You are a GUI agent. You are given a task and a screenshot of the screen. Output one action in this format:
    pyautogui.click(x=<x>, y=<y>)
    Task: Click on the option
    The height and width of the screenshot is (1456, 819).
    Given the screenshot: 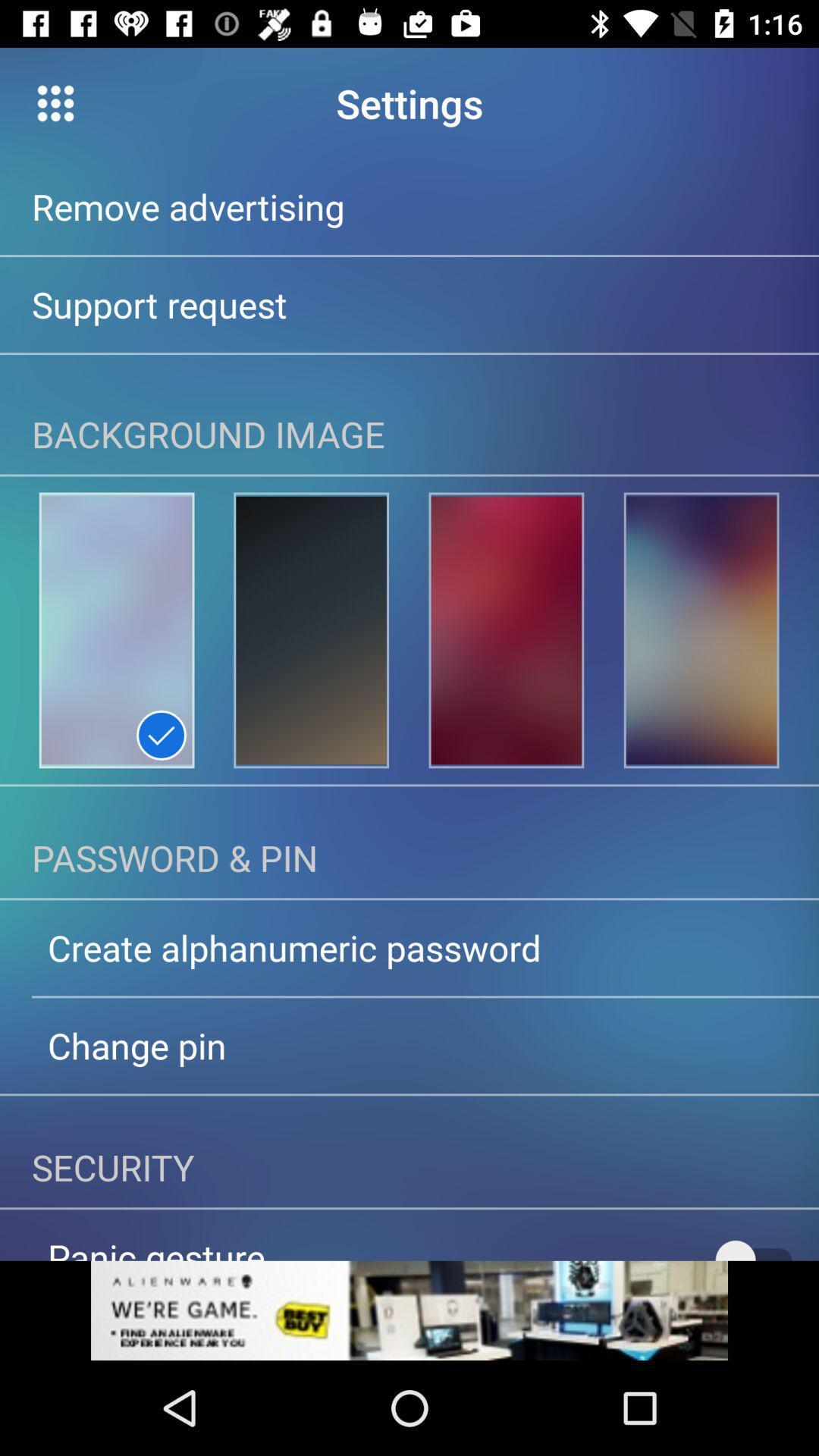 What is the action you would take?
    pyautogui.click(x=409, y=1310)
    